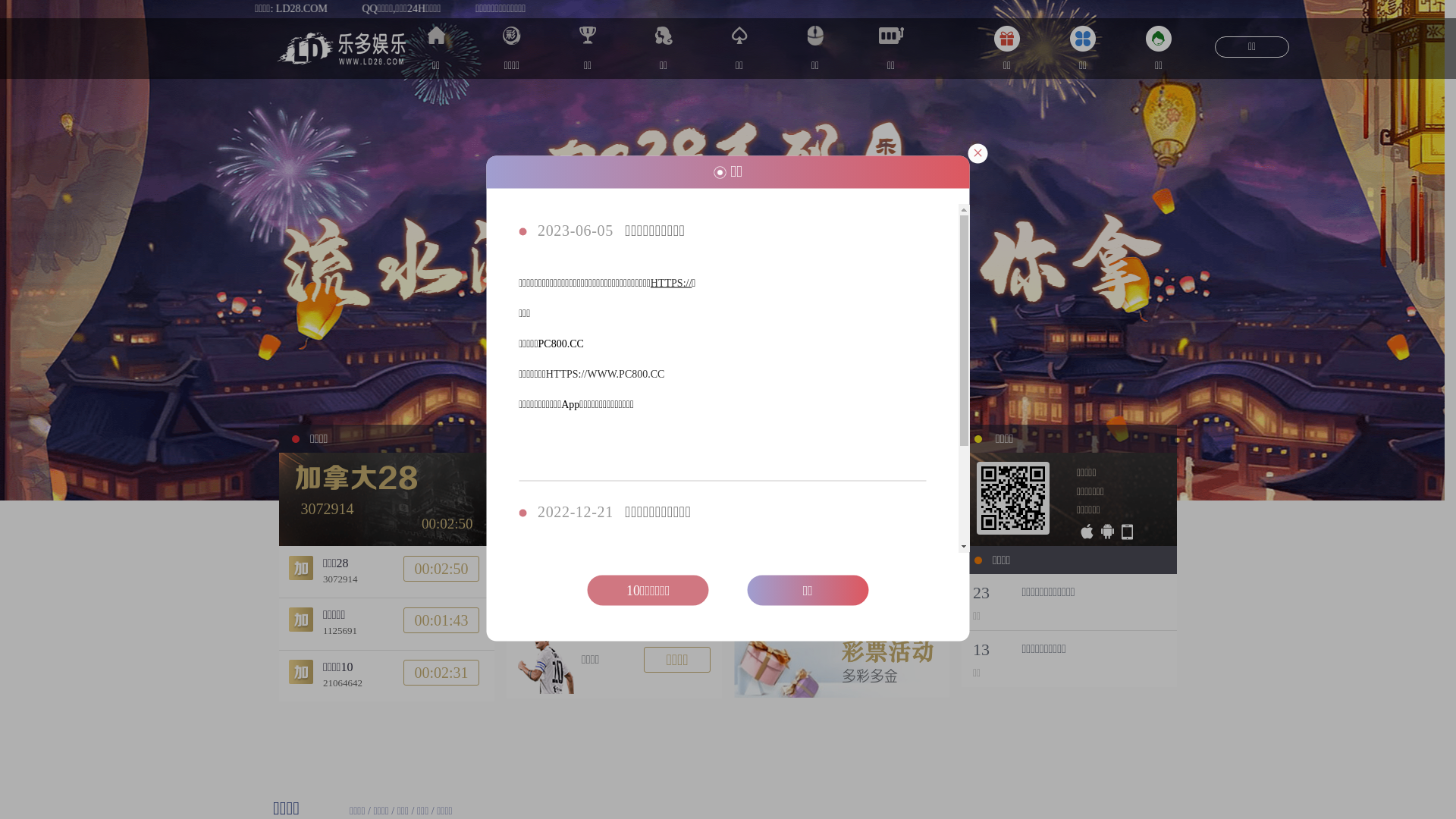 Image resolution: width=1456 pixels, height=819 pixels. I want to click on '00:01:44', so click(440, 620).